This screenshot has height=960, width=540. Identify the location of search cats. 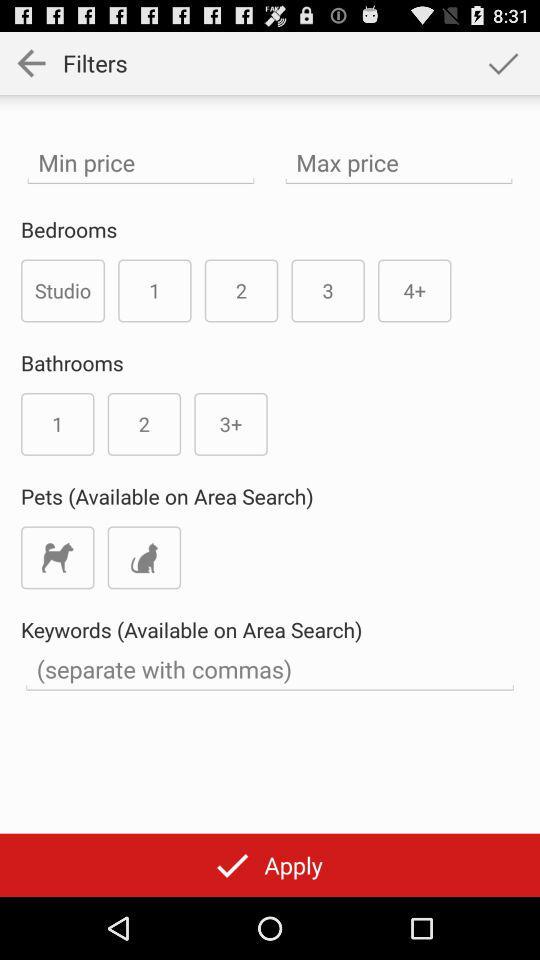
(143, 557).